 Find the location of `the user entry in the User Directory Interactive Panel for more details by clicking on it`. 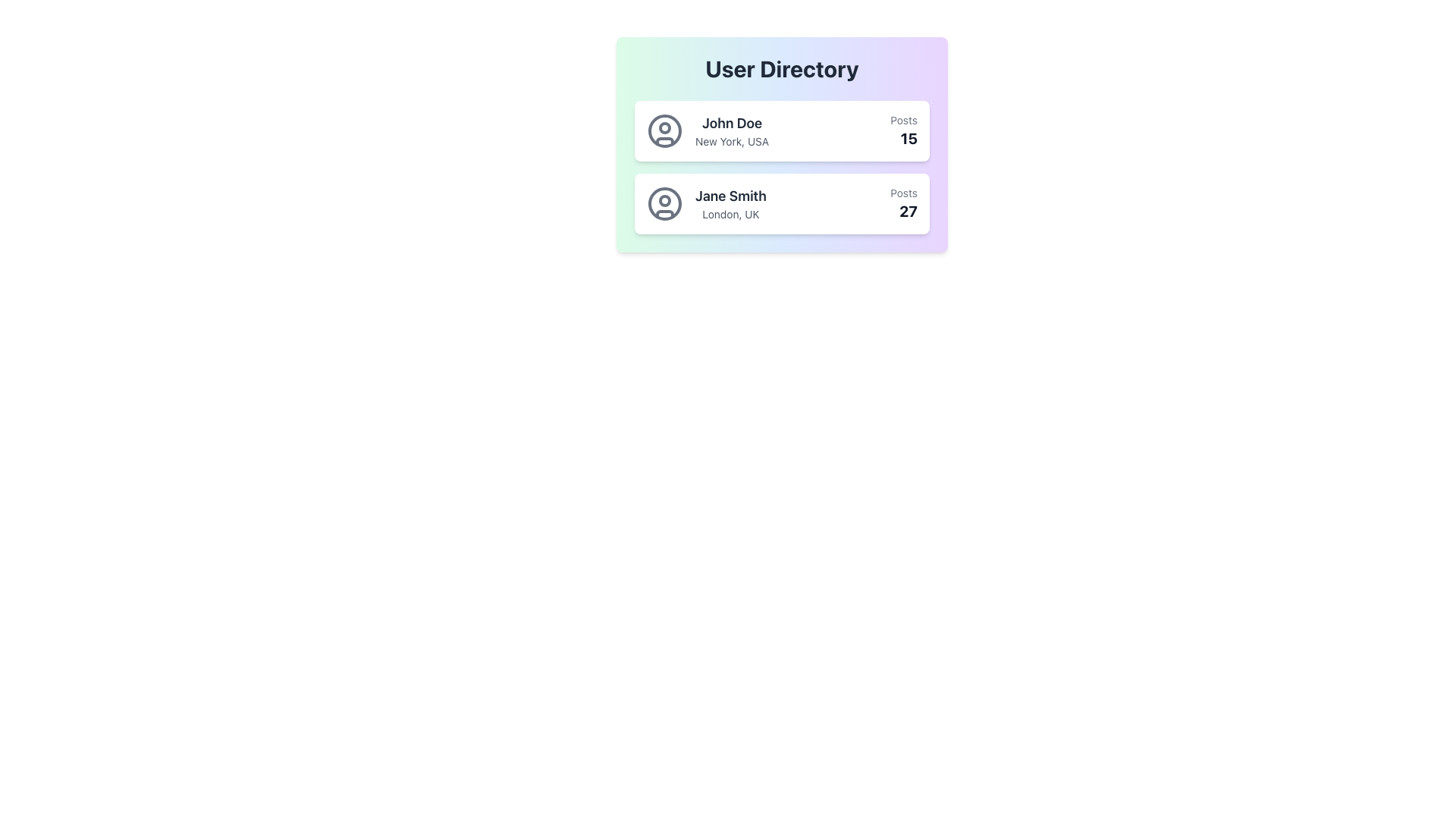

the user entry in the User Directory Interactive Panel for more details by clicking on it is located at coordinates (782, 145).